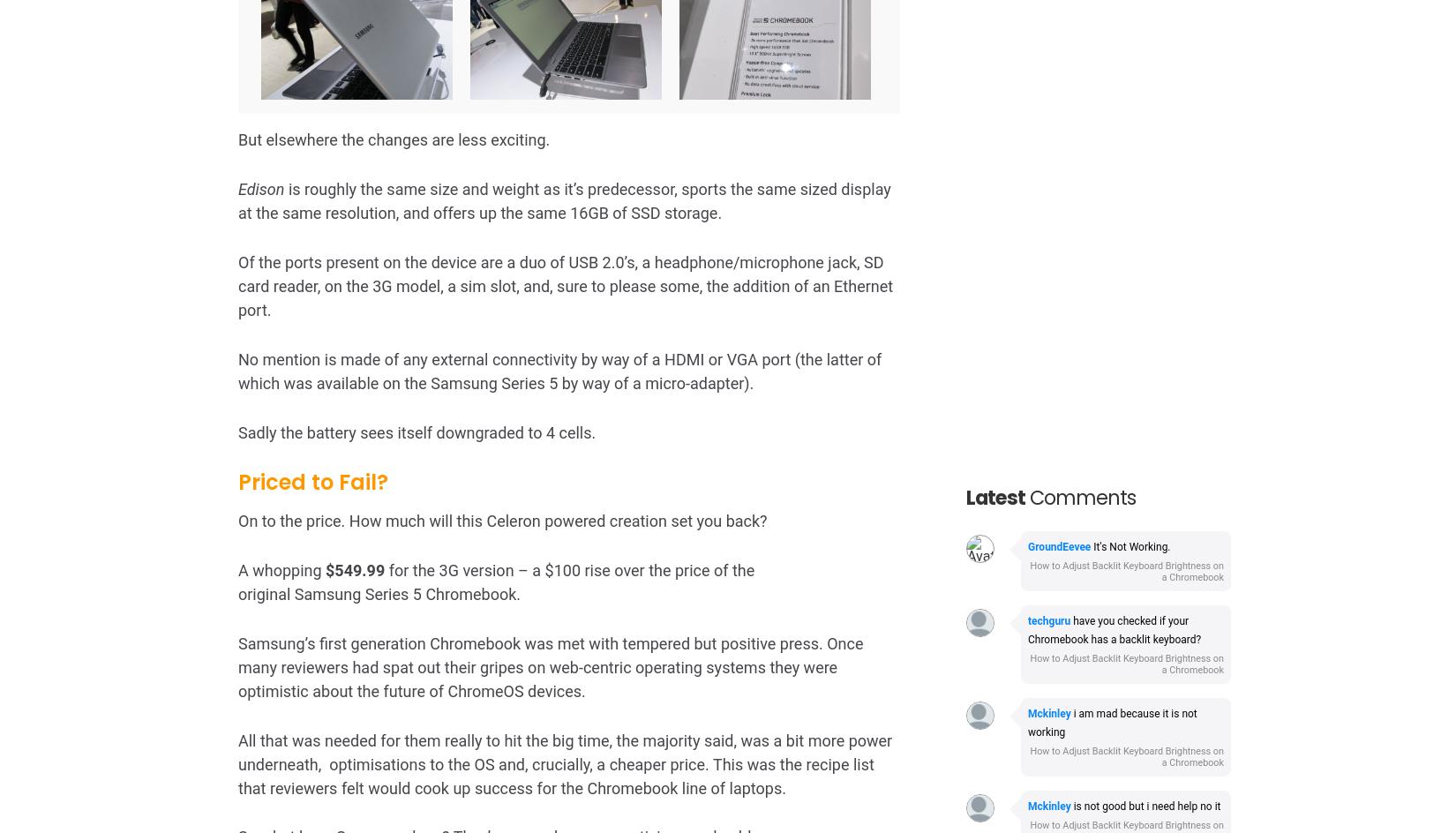 Image resolution: width=1456 pixels, height=833 pixels. I want to click on 'Expecting people to fork out over $500 for a Chromebook is unrealistic. People coming to ChromeOS will be prepared to make sacrifices – but more money for less speed is unlikely to be one of them.', so click(563, 292).